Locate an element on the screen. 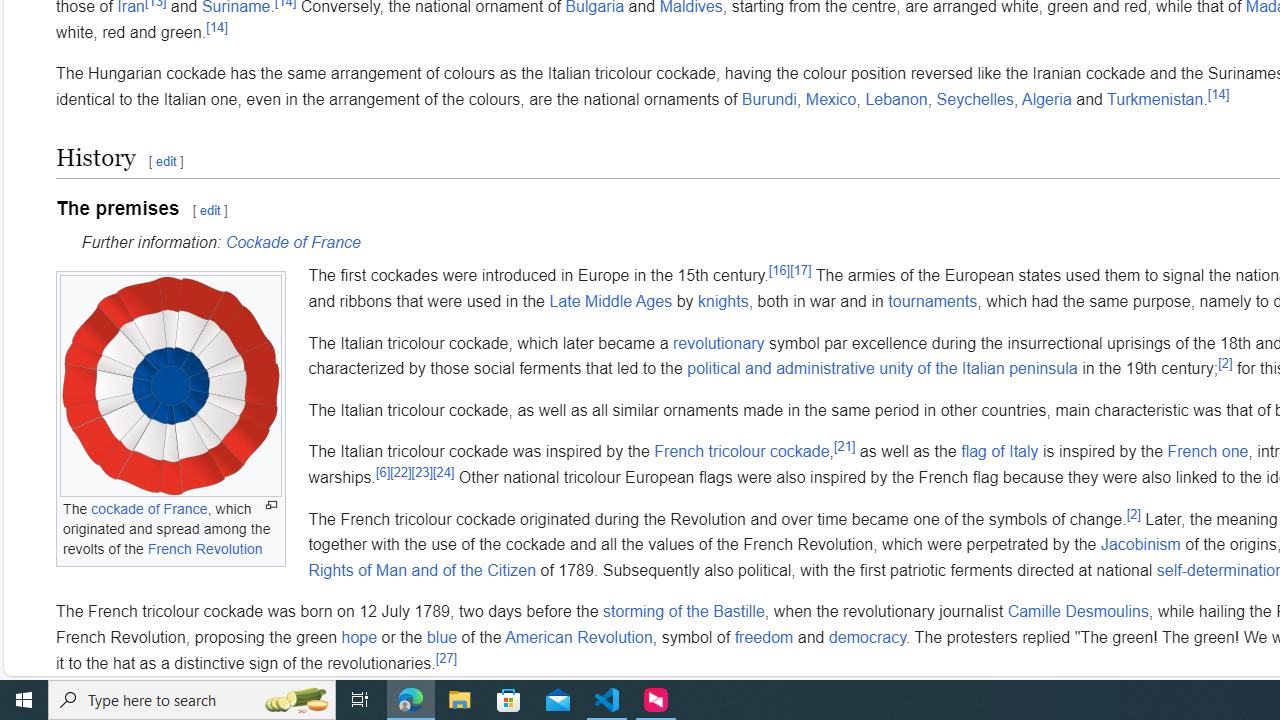  'blue' is located at coordinates (441, 636).